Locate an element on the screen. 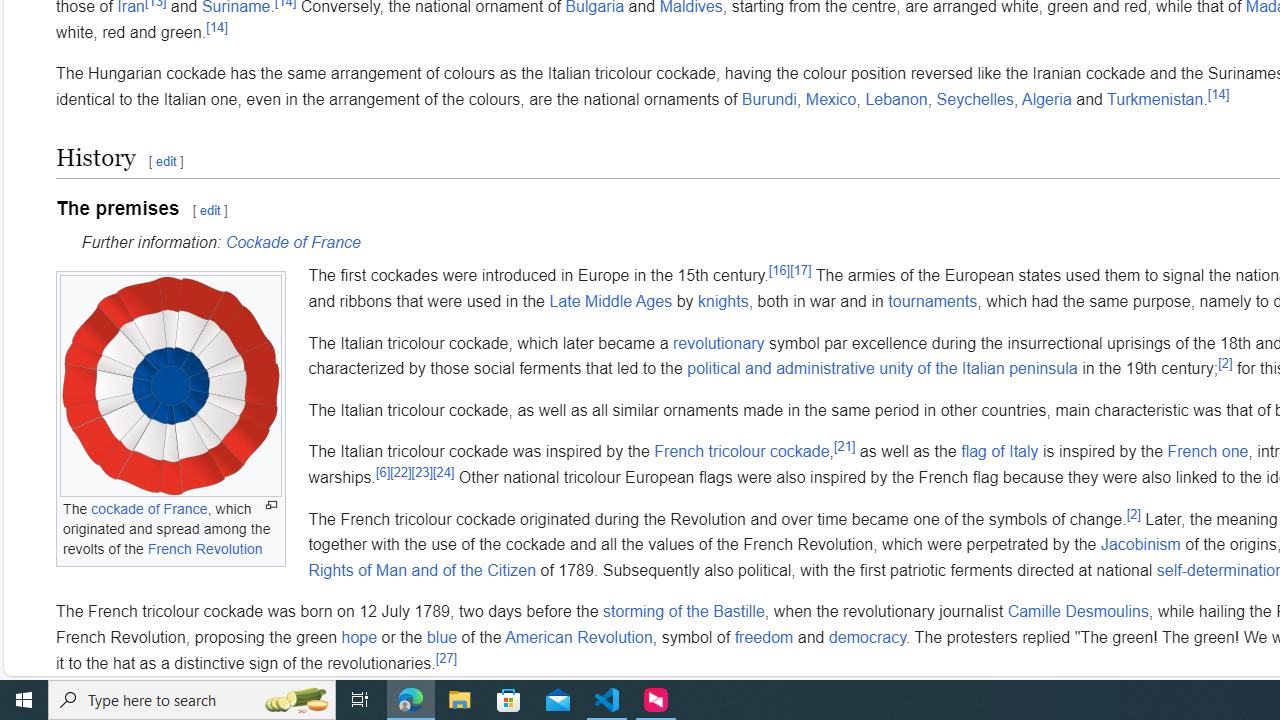  'blue' is located at coordinates (441, 636).